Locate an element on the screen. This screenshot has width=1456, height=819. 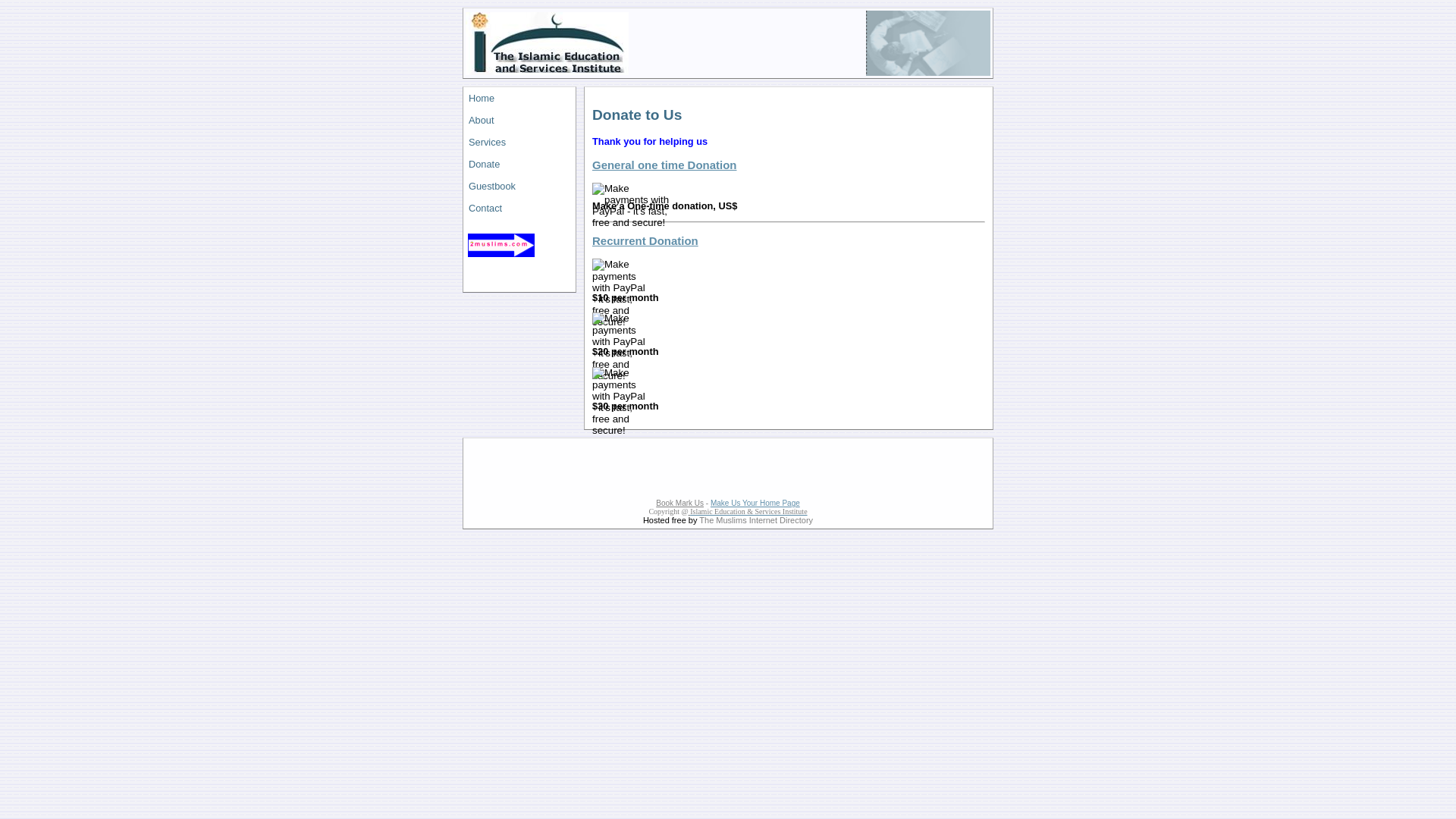
'Services' is located at coordinates (519, 142).